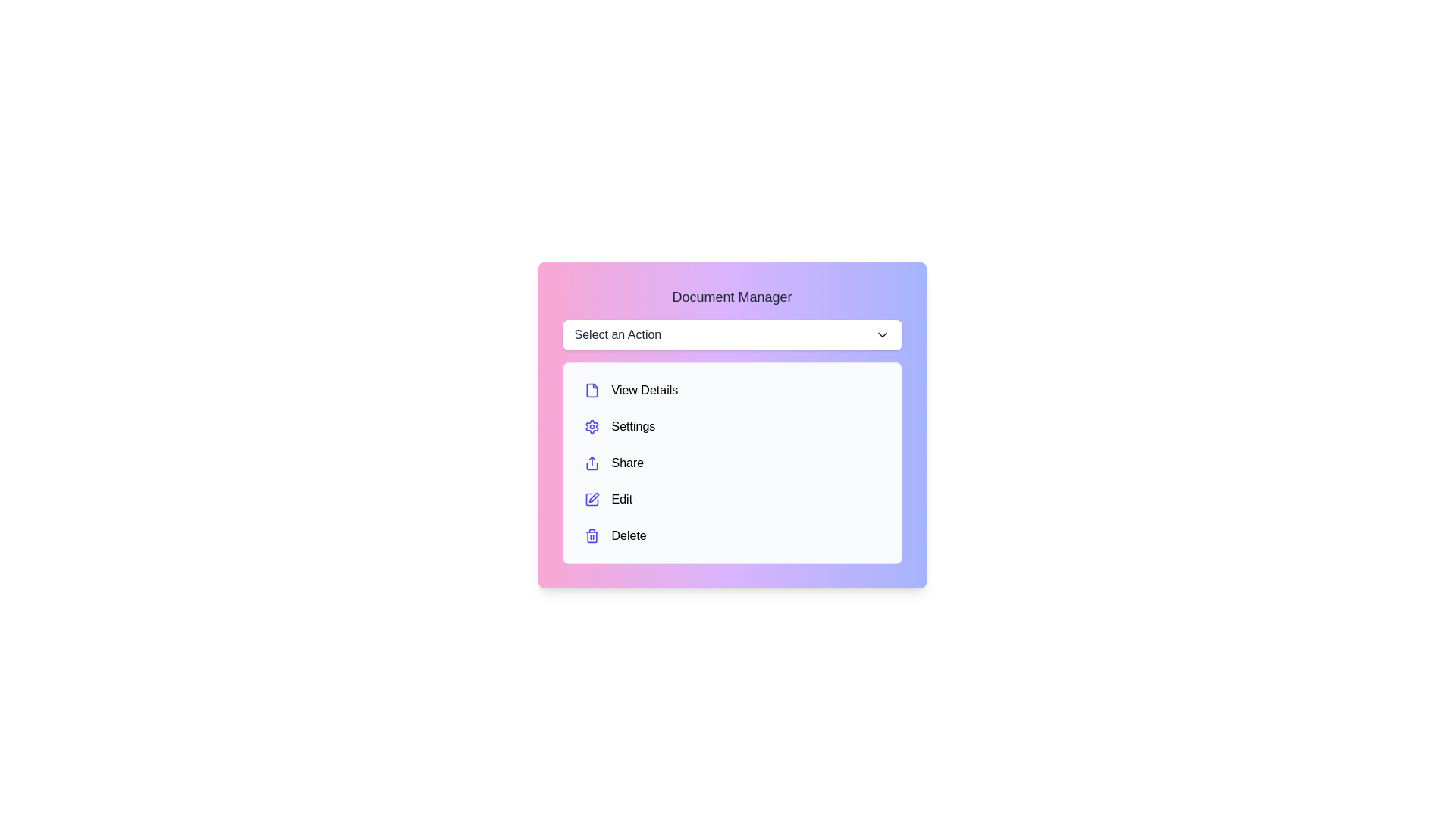 Image resolution: width=1456 pixels, height=819 pixels. Describe the element at coordinates (732, 535) in the screenshot. I see `the delete menu option button positioned as the last item under 'Select an Action'` at that location.